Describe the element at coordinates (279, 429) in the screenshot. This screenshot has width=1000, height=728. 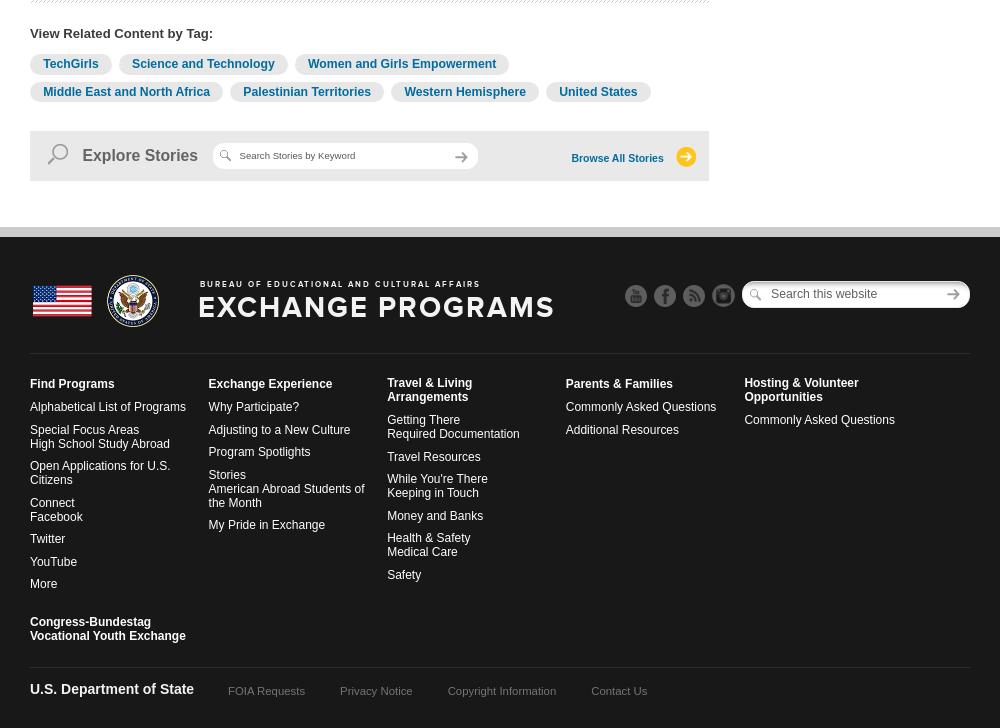
I see `'Adjusting to a New Culture'` at that location.